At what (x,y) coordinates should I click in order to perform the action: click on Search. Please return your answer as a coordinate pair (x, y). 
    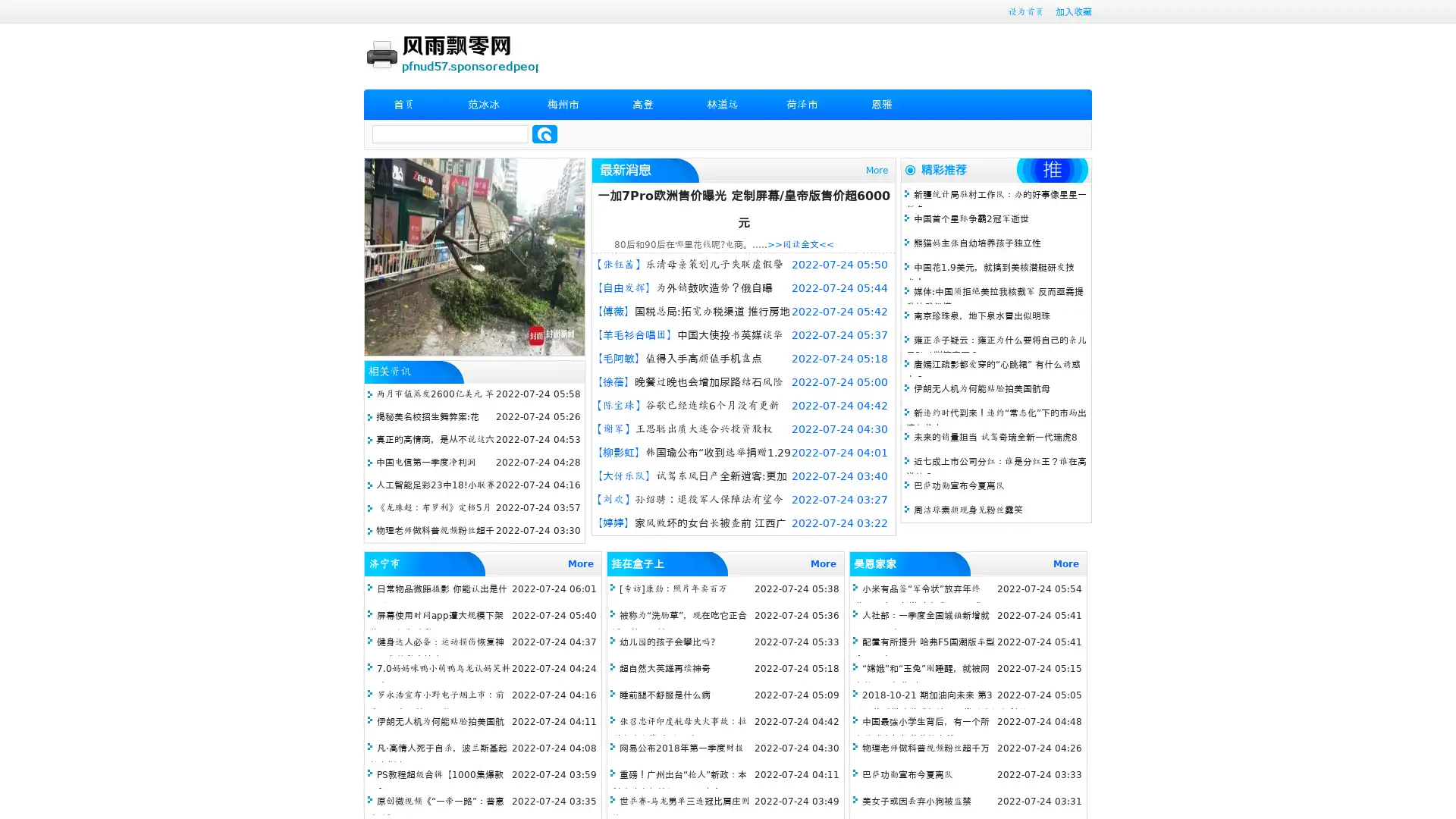
    Looking at the image, I should click on (544, 133).